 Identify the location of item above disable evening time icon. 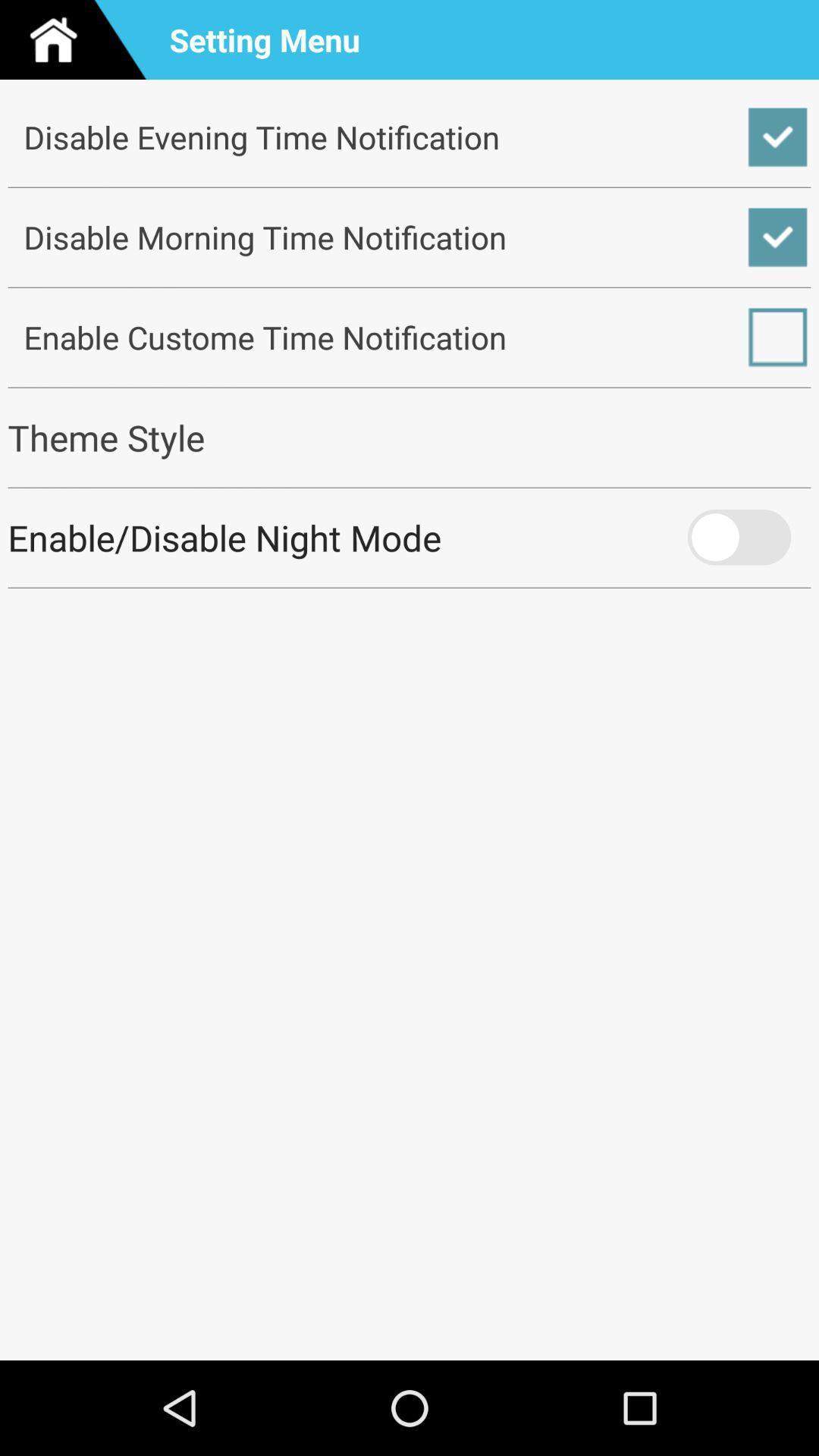
(79, 39).